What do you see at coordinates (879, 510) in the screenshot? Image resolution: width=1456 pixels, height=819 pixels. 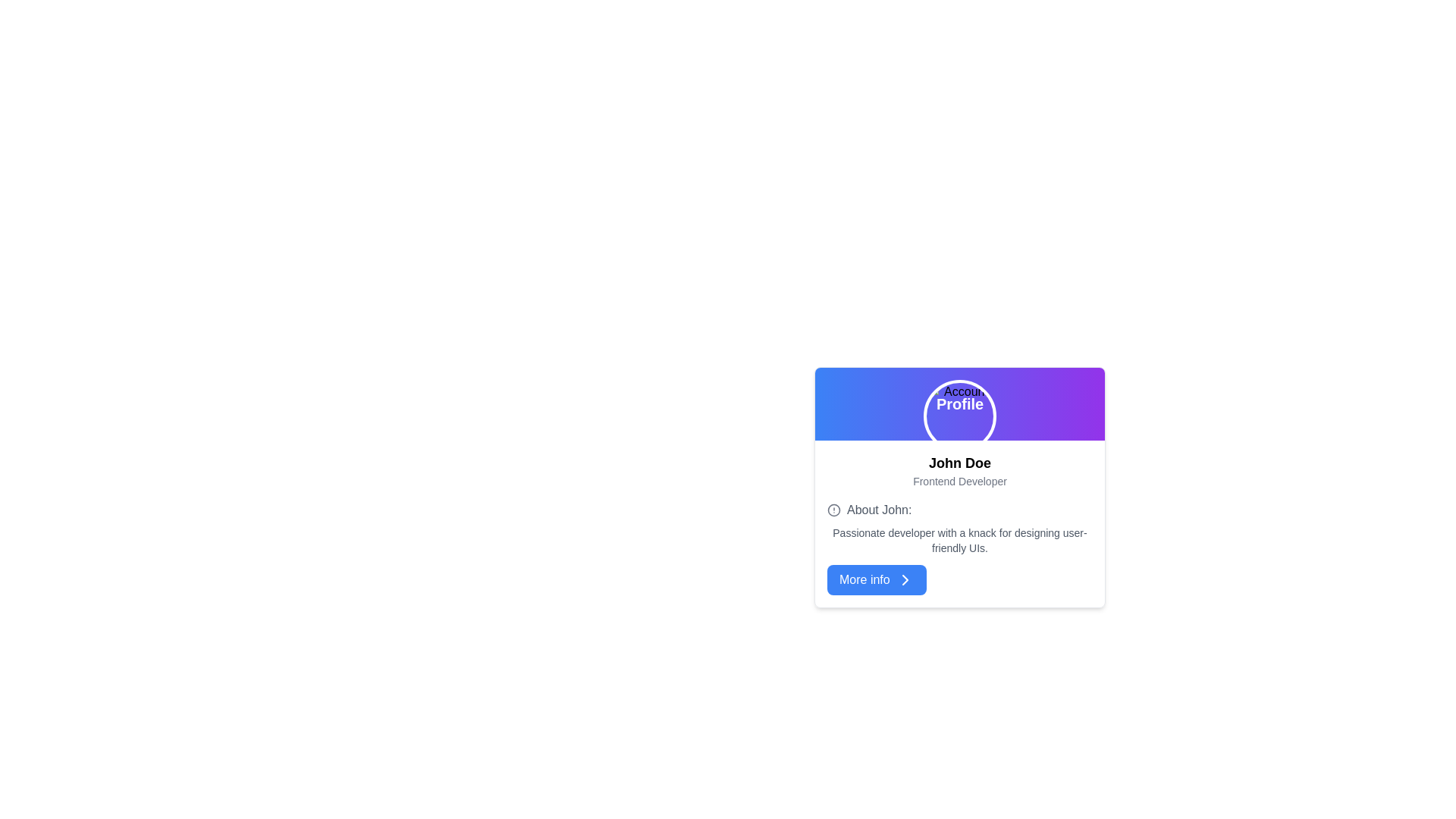 I see `text label that introduces or labels the content about John, positioned immediately to the right of an alert-style icon, below 'John Doe' and above a descriptive paragraph` at bounding box center [879, 510].